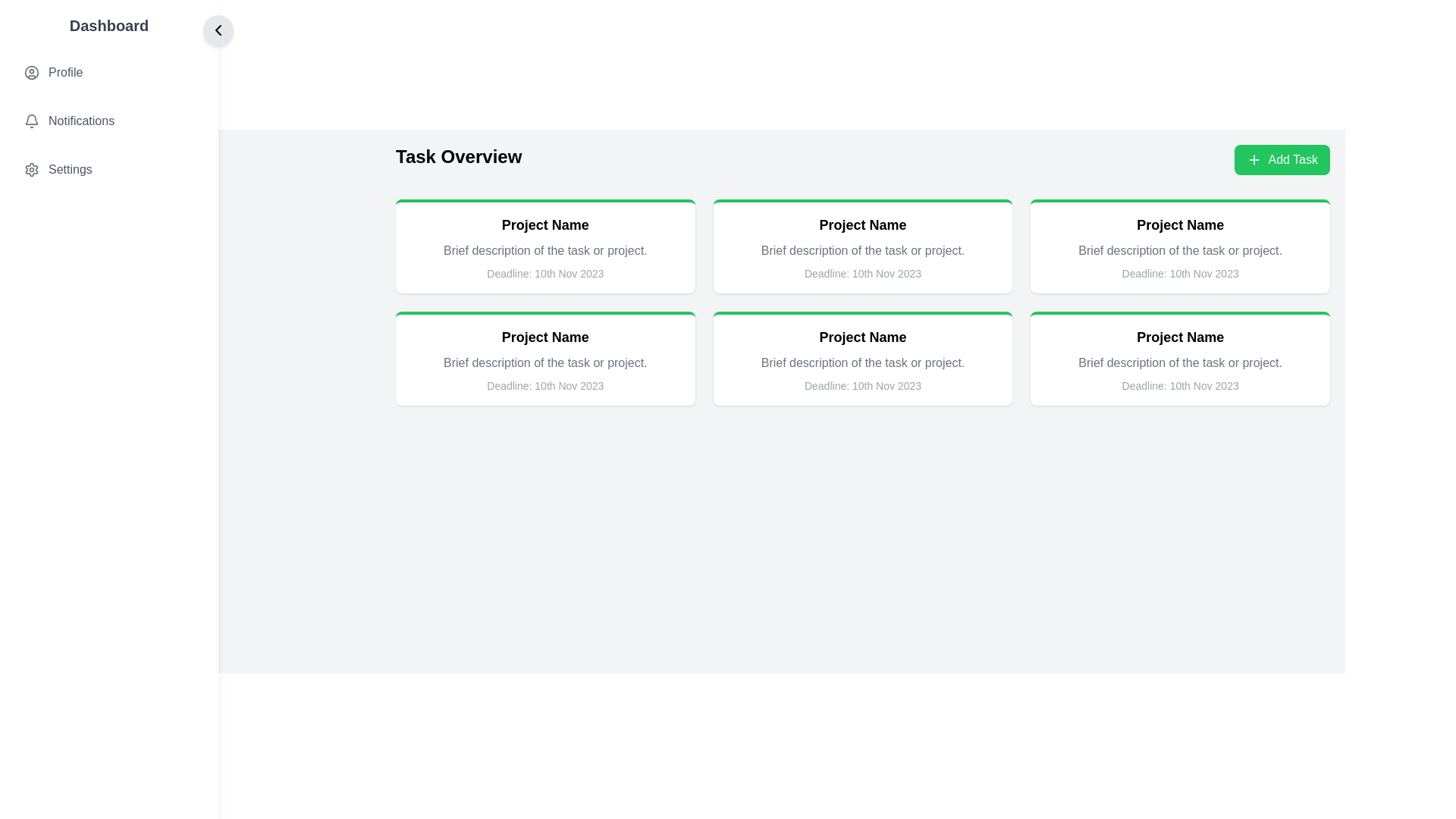 Image resolution: width=1456 pixels, height=819 pixels. Describe the element at coordinates (545, 359) in the screenshot. I see `the Informational card located in the bottom row of a 3x2 grid layout, characterized by a white background, green header border, and containing the title 'Project Name'` at that location.